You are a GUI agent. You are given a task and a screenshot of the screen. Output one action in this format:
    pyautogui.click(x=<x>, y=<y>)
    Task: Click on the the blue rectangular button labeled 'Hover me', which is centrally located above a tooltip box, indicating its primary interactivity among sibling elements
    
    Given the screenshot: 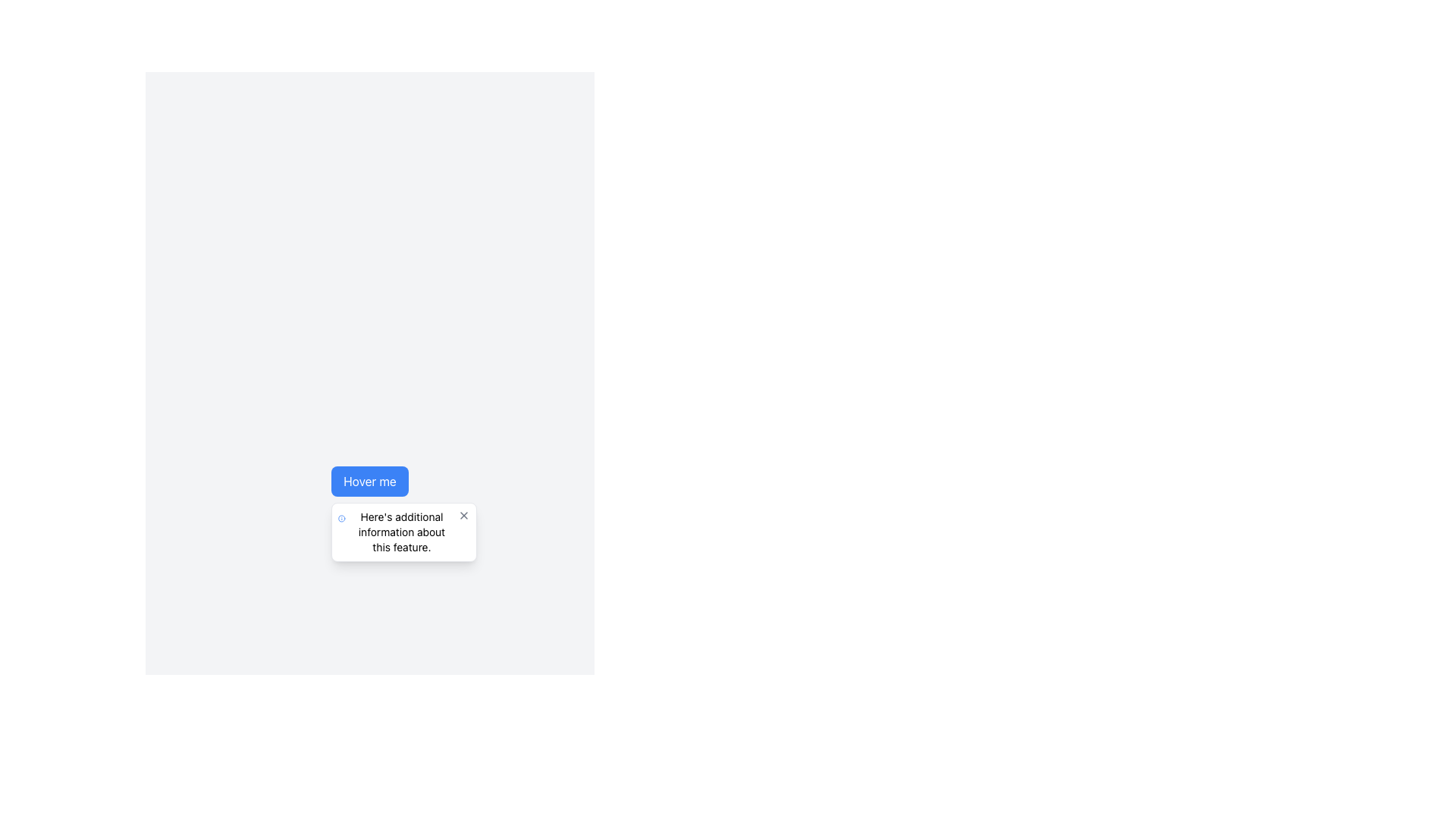 What is the action you would take?
    pyautogui.click(x=370, y=482)
    